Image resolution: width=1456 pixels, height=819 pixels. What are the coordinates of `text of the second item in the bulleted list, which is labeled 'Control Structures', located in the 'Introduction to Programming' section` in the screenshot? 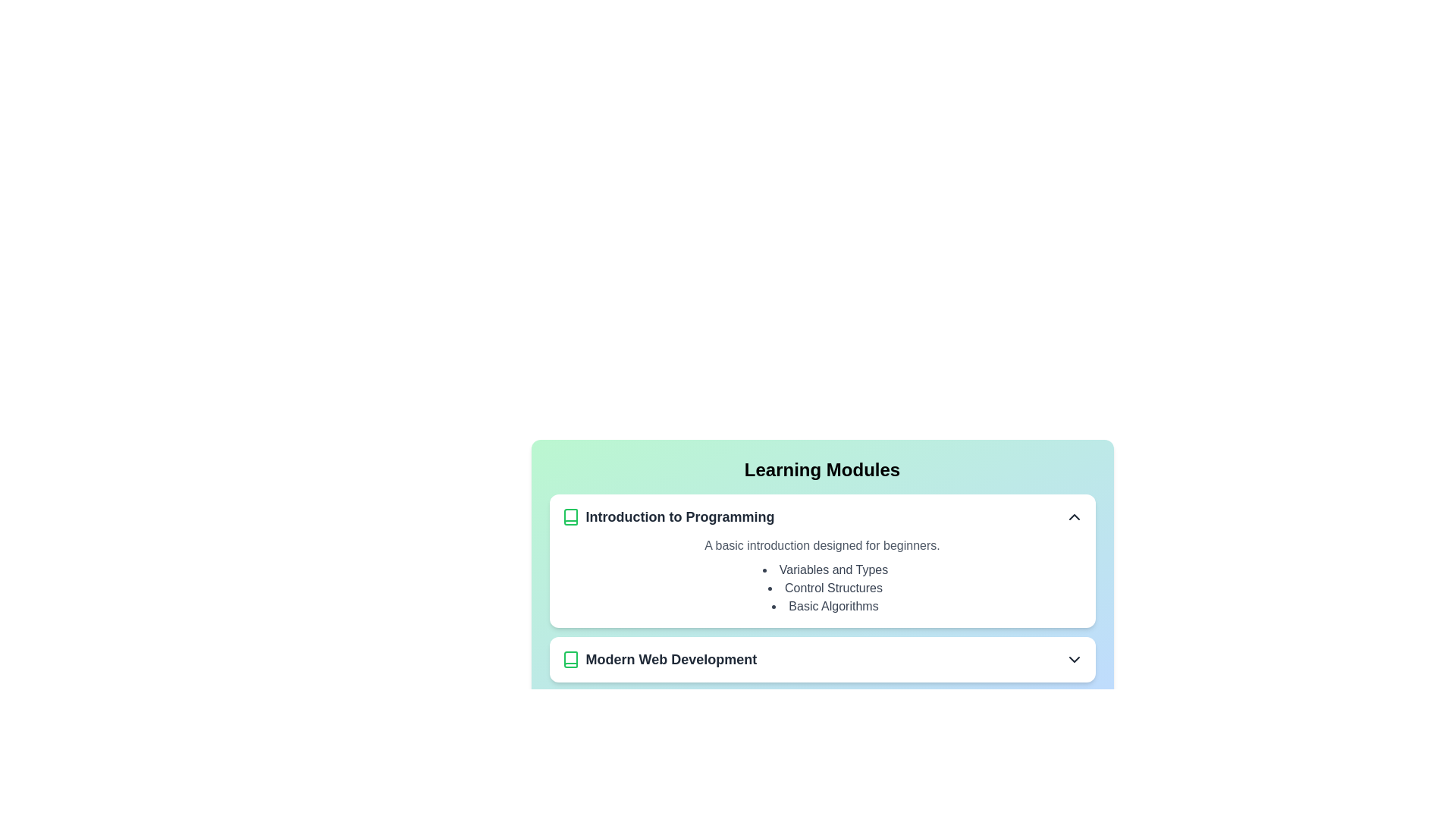 It's located at (821, 587).